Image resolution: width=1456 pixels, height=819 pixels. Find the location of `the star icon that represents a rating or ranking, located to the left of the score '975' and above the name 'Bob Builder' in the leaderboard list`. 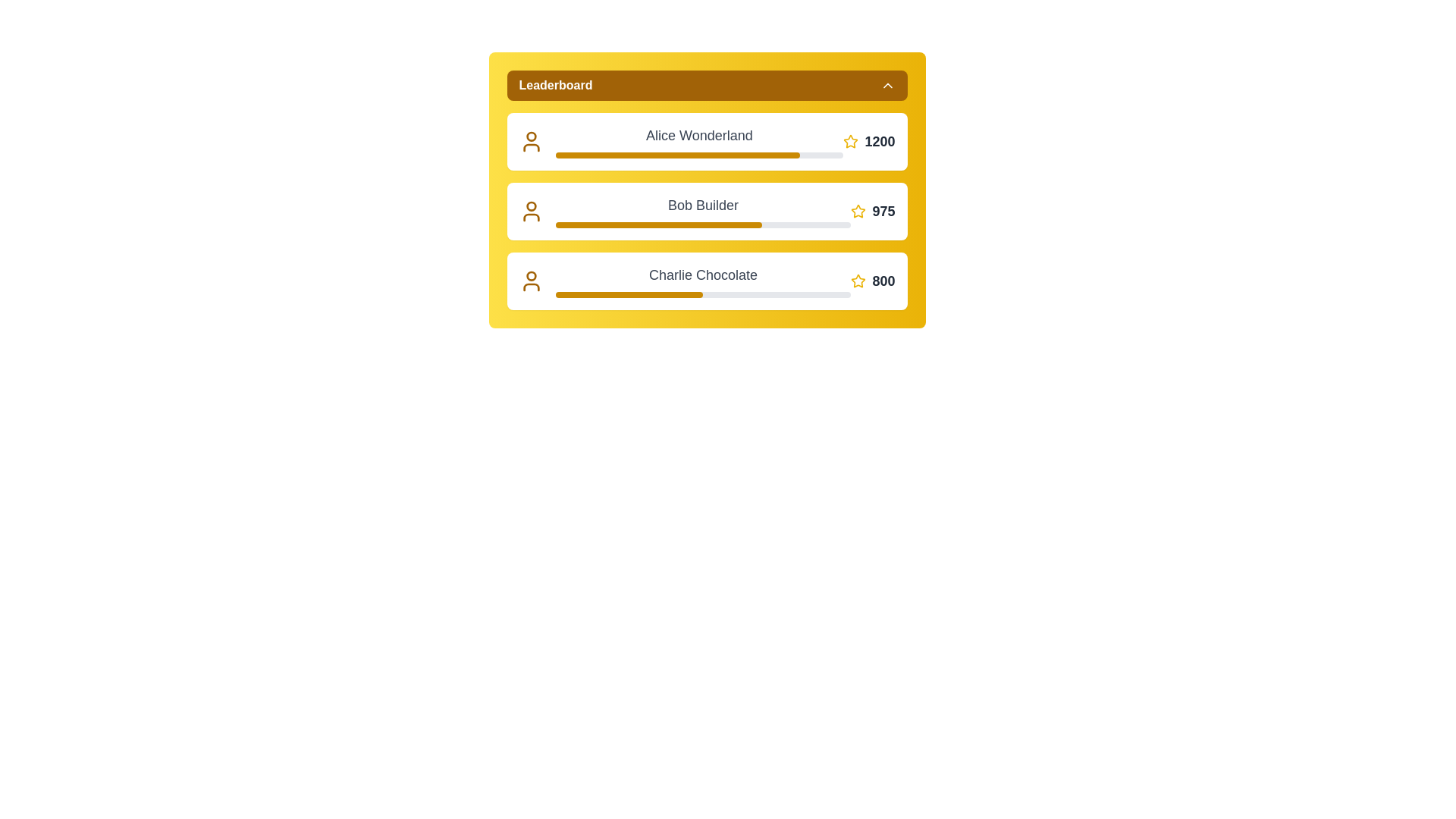

the star icon that represents a rating or ranking, located to the left of the score '975' and above the name 'Bob Builder' in the leaderboard list is located at coordinates (858, 211).